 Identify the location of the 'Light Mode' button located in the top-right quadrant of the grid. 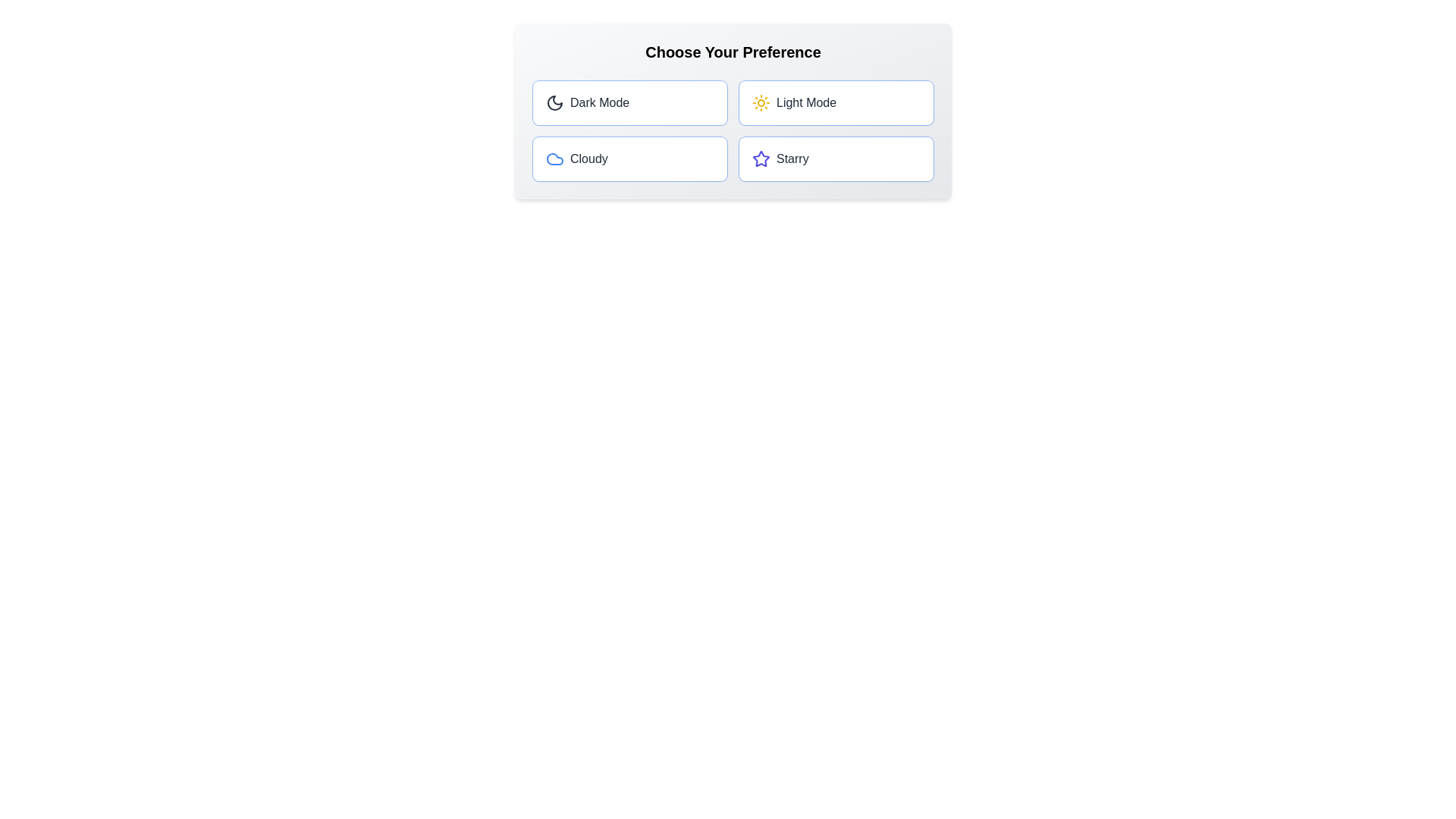
(836, 102).